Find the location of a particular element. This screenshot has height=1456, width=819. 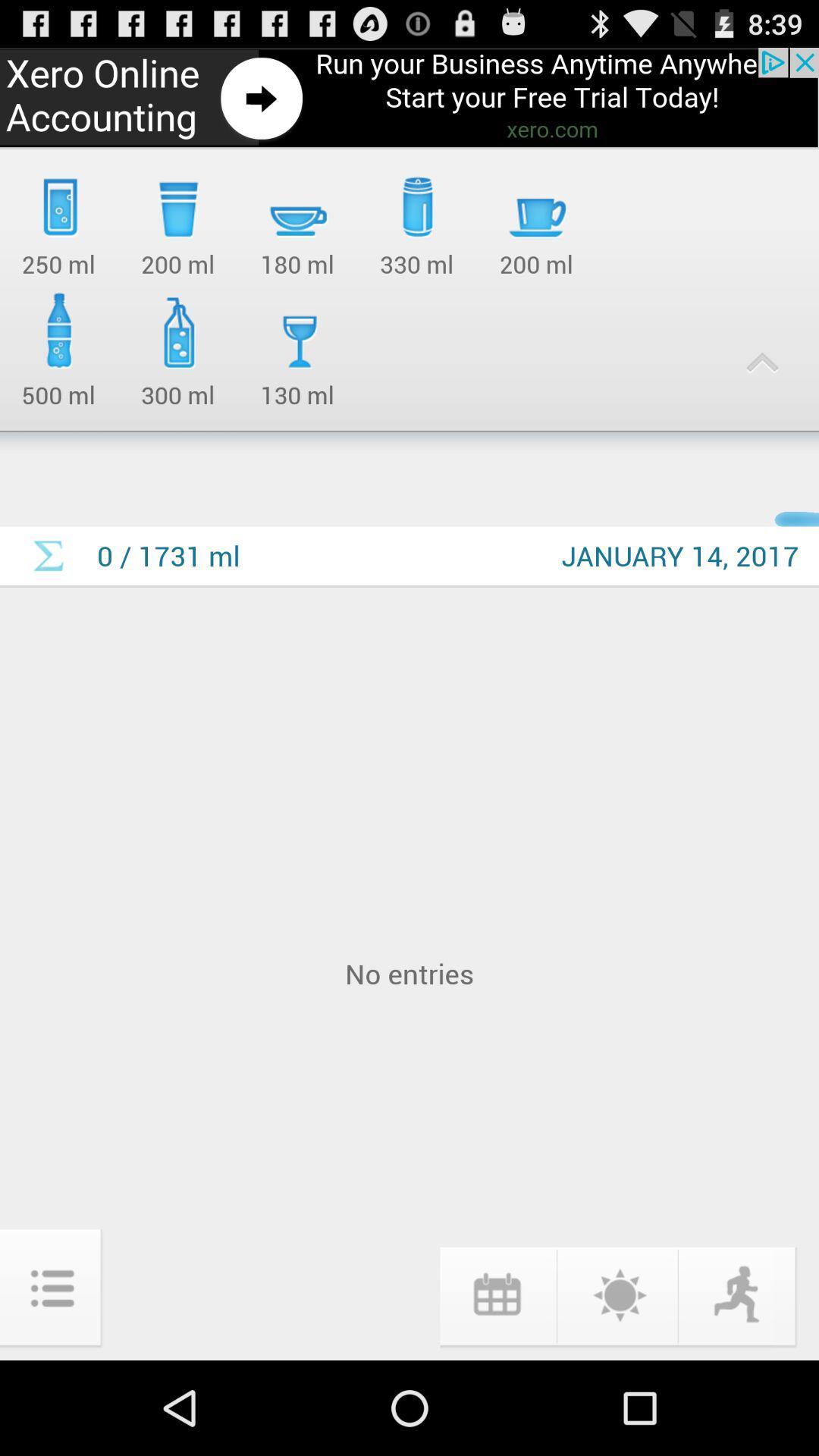

the date_range icon is located at coordinates (496, 1385).